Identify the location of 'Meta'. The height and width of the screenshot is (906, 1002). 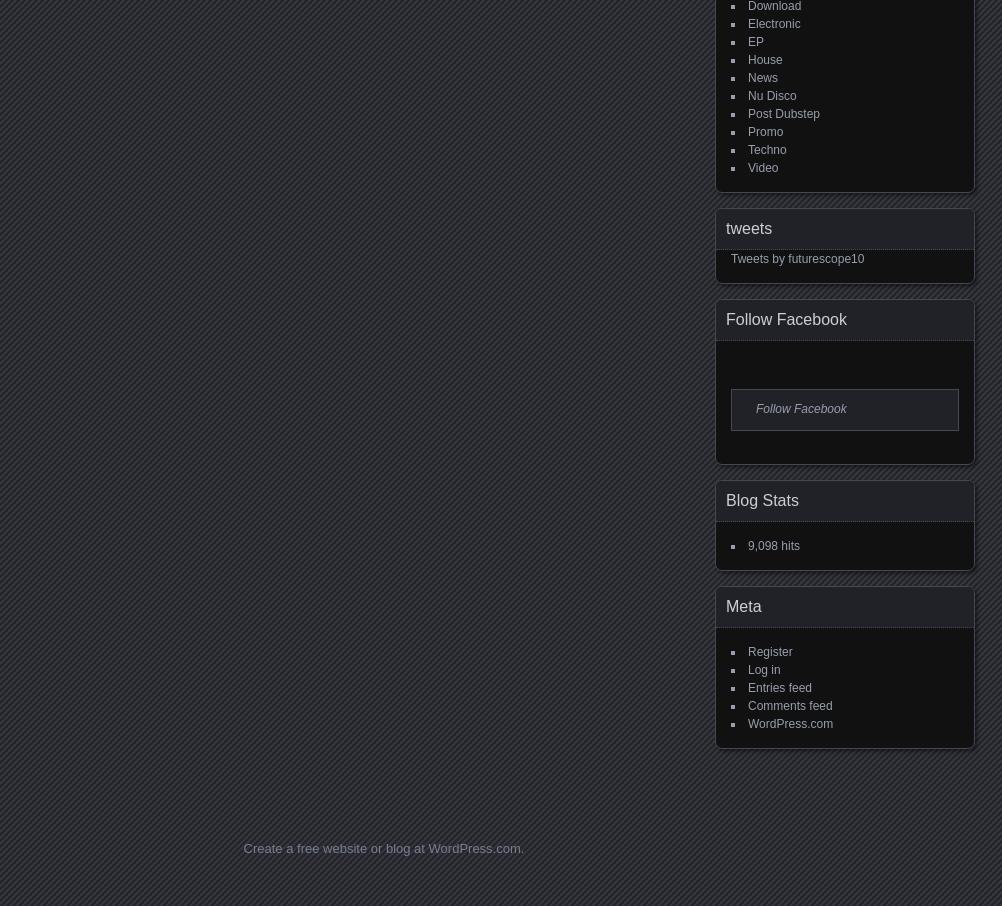
(743, 605).